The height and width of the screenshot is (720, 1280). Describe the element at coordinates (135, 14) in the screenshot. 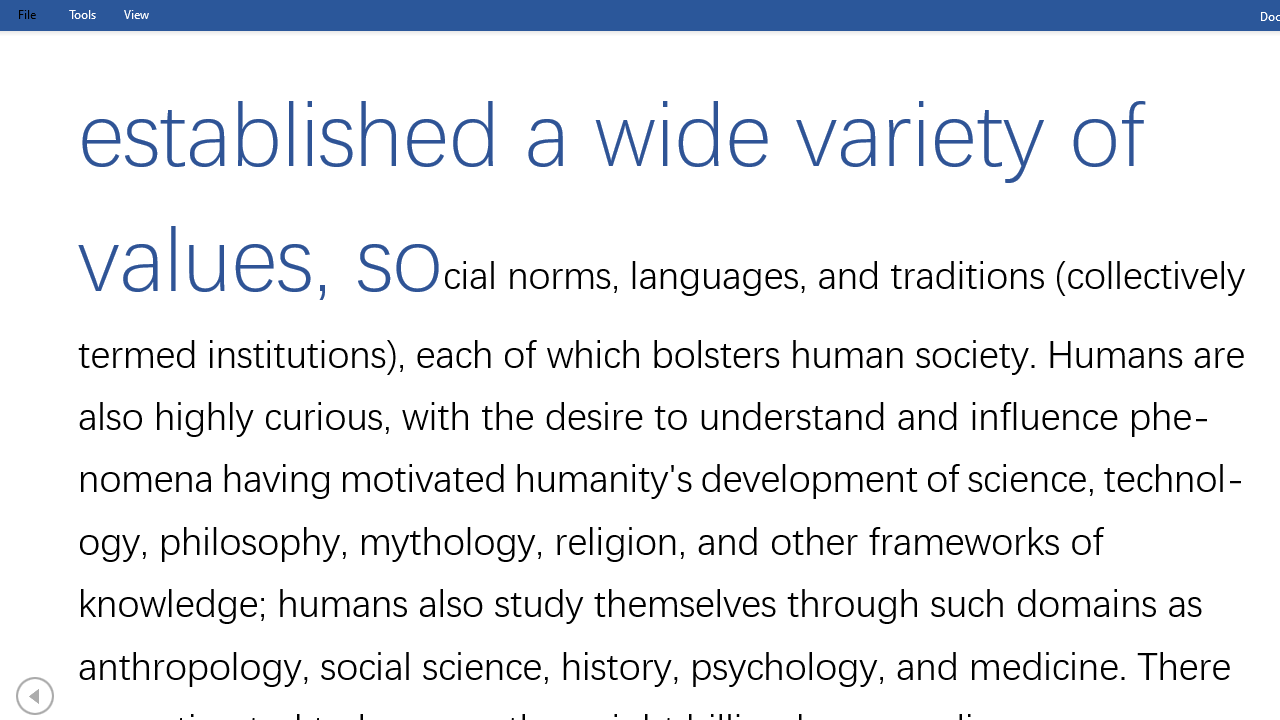

I see `'View'` at that location.